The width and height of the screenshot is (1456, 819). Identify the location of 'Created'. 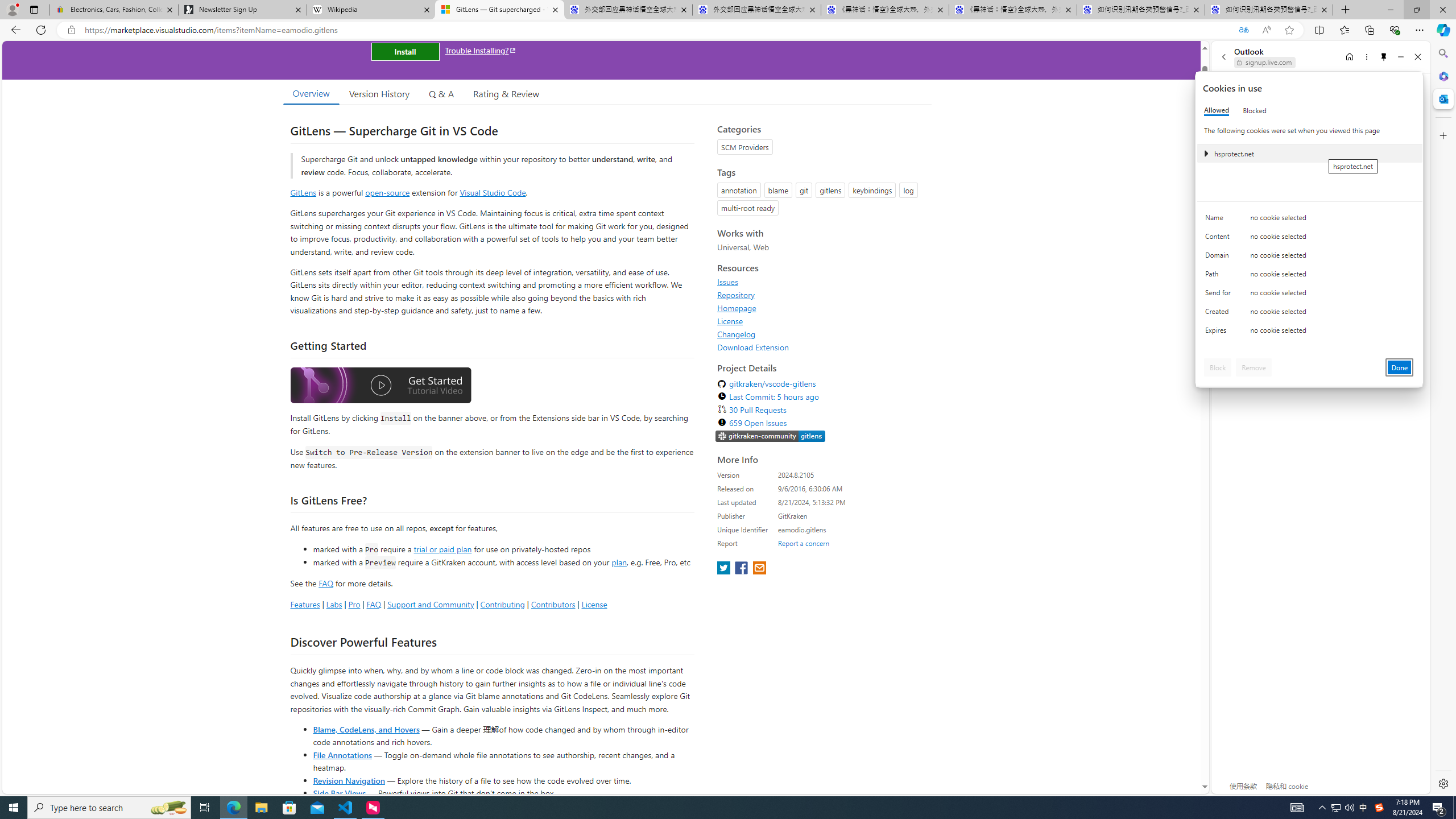
(1219, 313).